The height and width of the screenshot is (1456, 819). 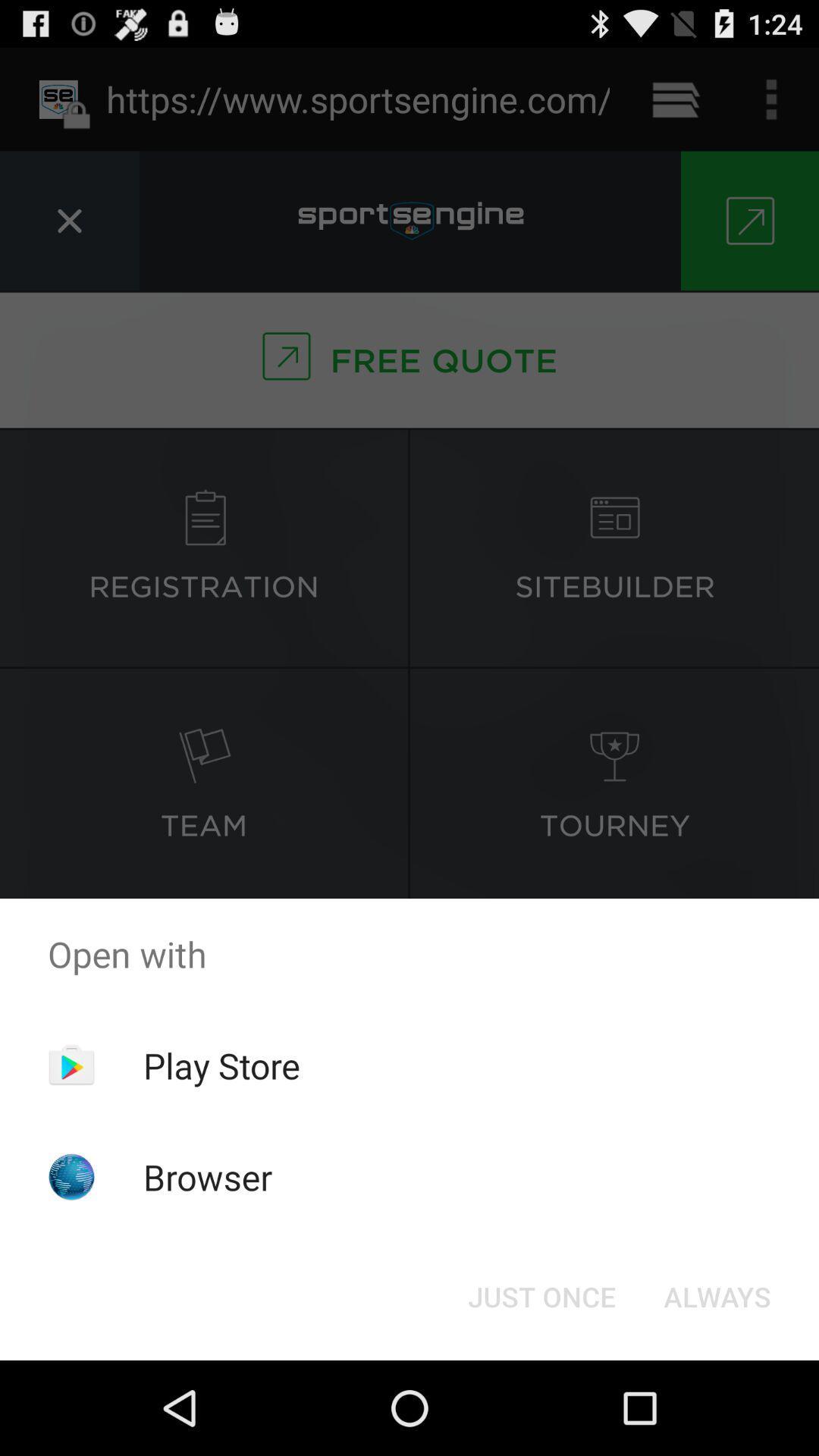 I want to click on the browser icon, so click(x=208, y=1176).